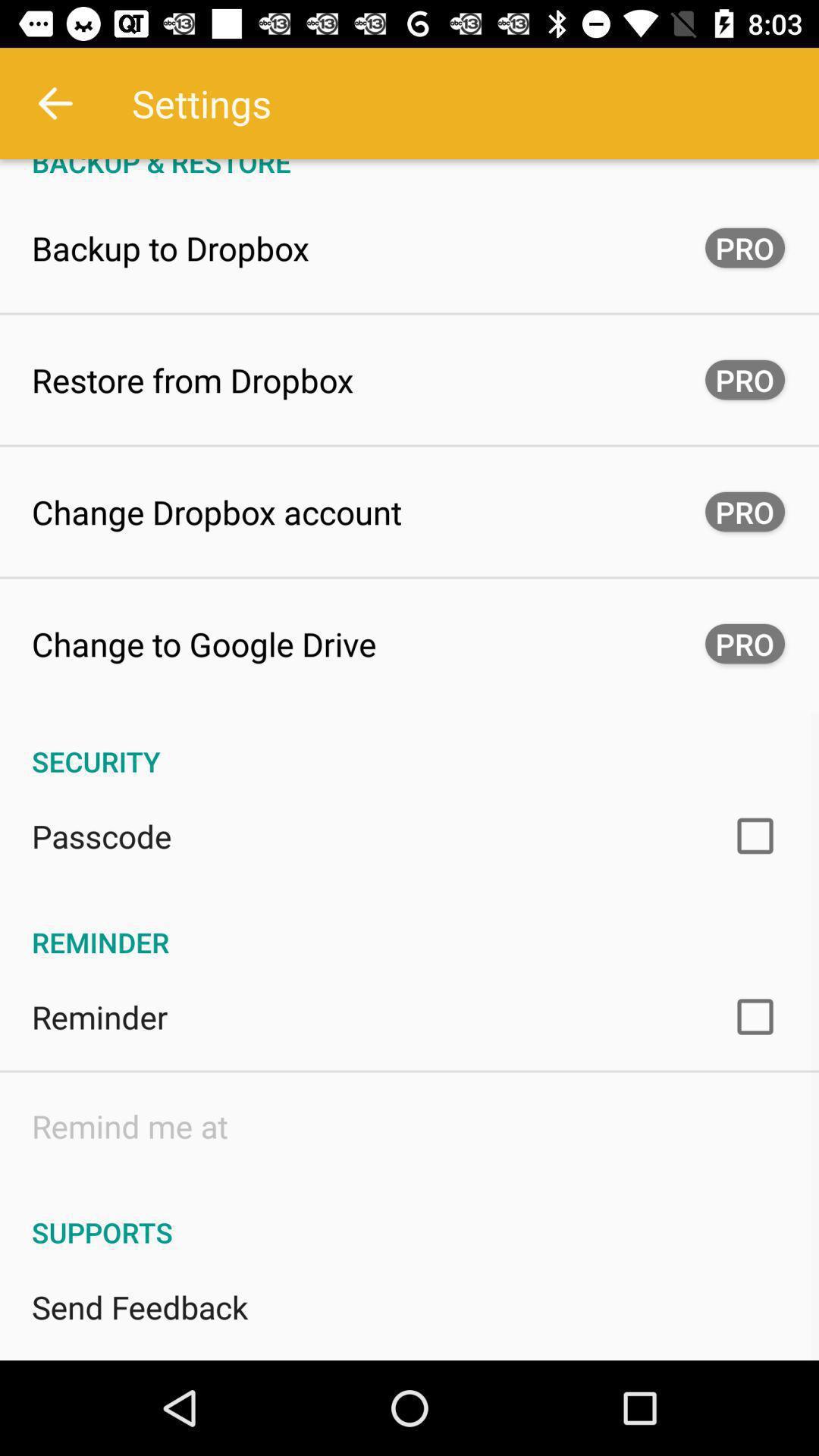  I want to click on icon to the left of the pro icon, so click(203, 644).